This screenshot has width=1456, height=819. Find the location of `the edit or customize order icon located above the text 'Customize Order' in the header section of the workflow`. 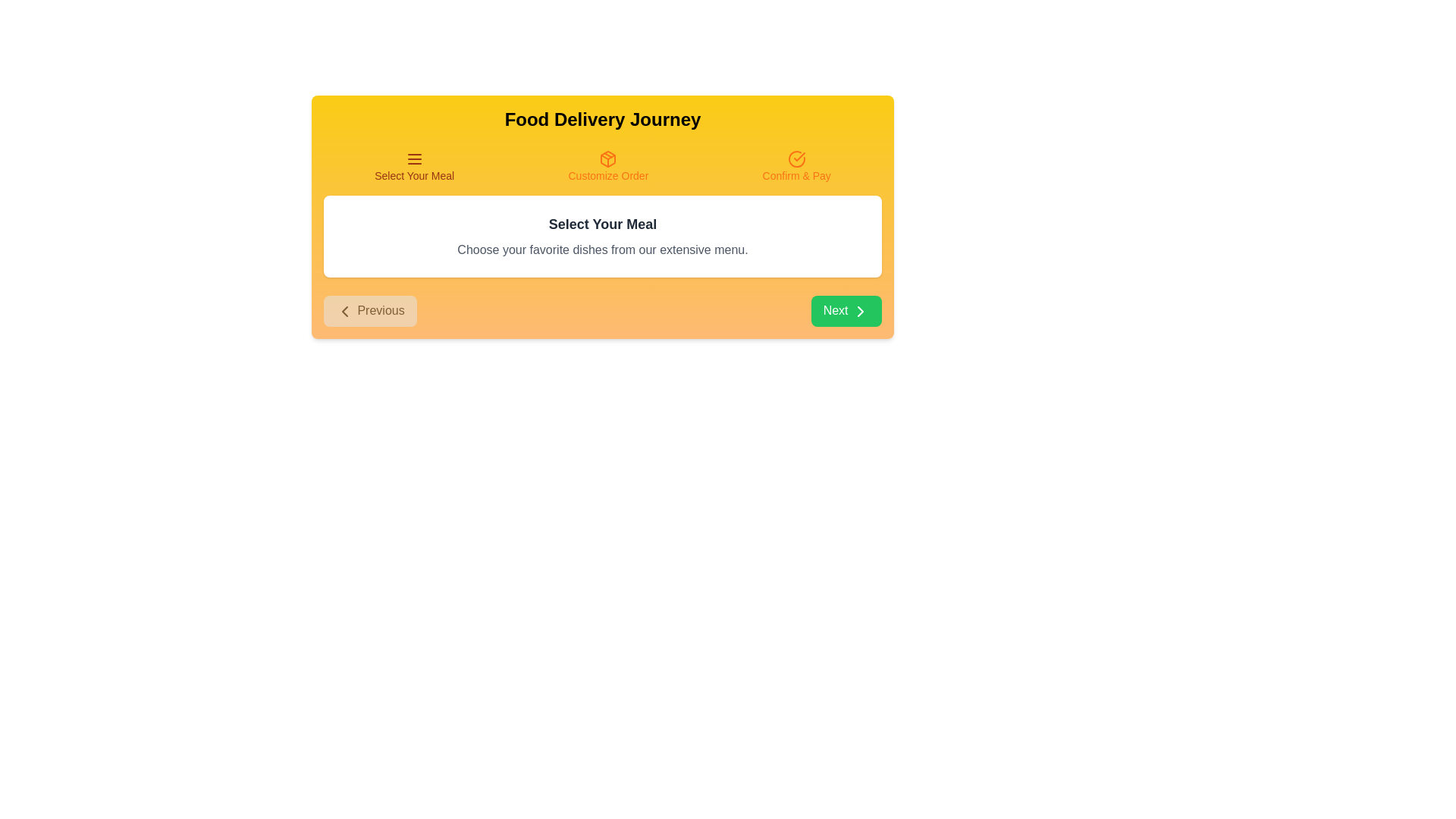

the edit or customize order icon located above the text 'Customize Order' in the header section of the workflow is located at coordinates (608, 158).